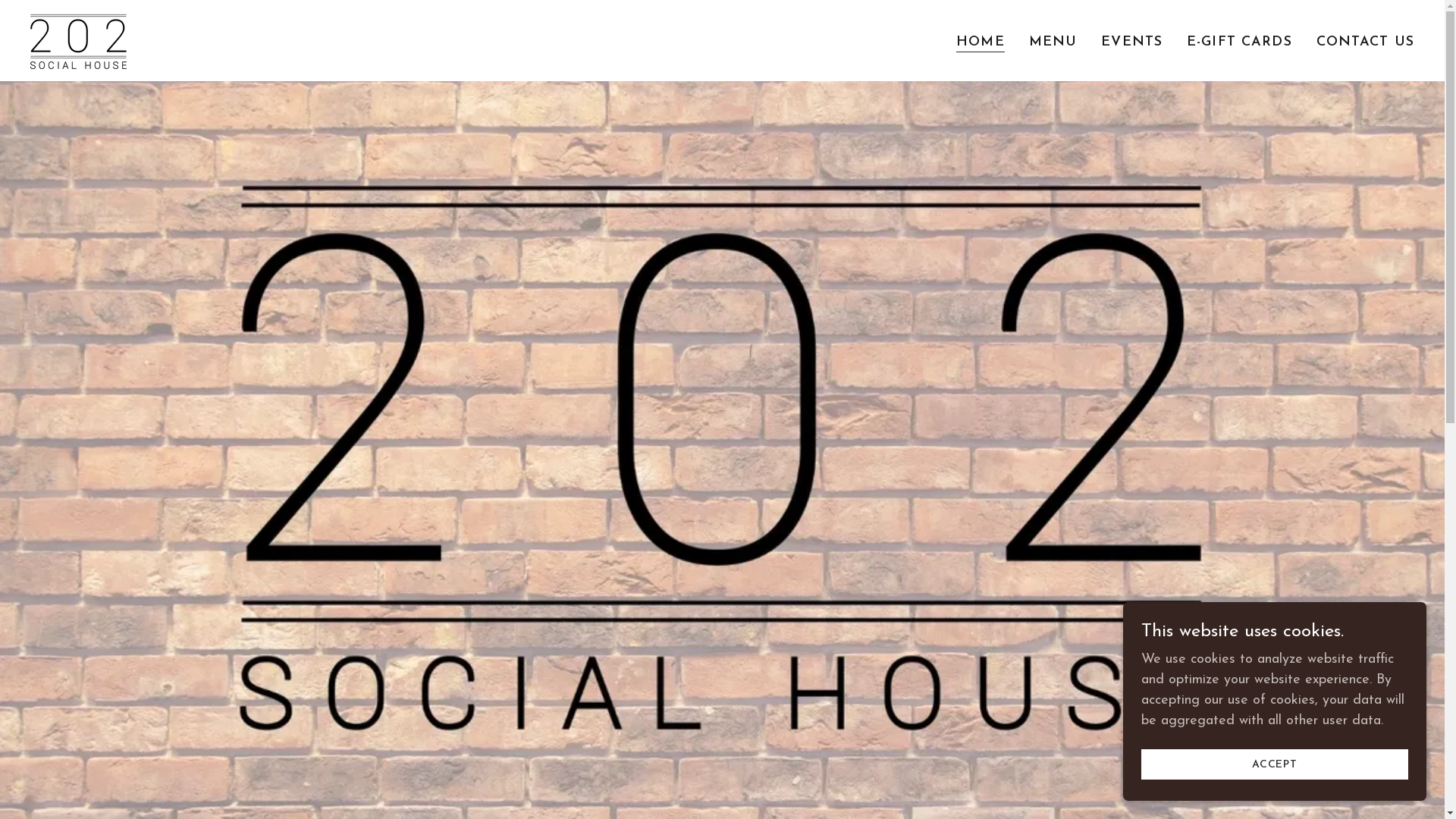 Image resolution: width=1456 pixels, height=819 pixels. I want to click on '202 Social House', so click(77, 39).